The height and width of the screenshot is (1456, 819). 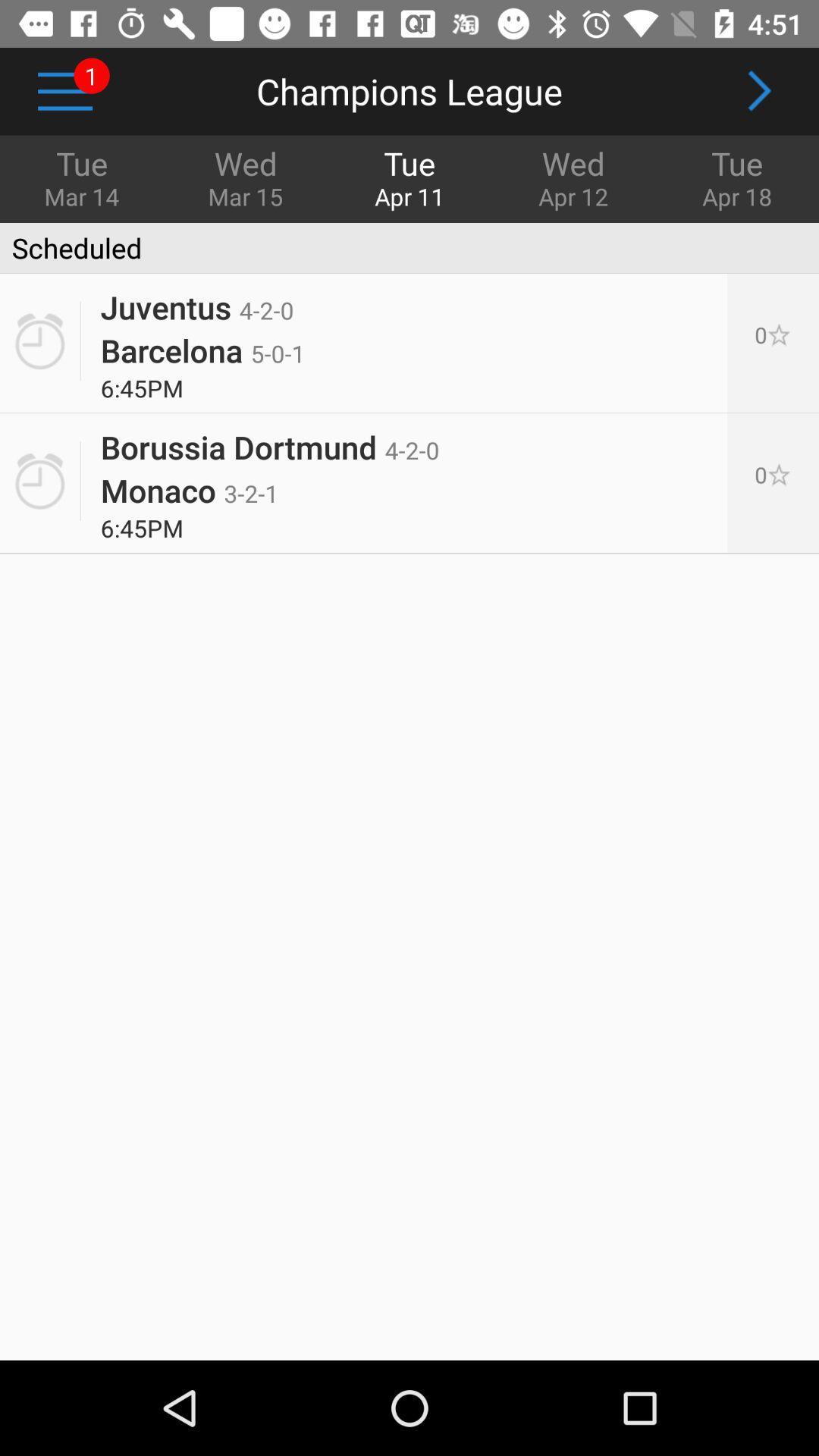 What do you see at coordinates (269, 440) in the screenshot?
I see `item to the left of 0[p] item` at bounding box center [269, 440].